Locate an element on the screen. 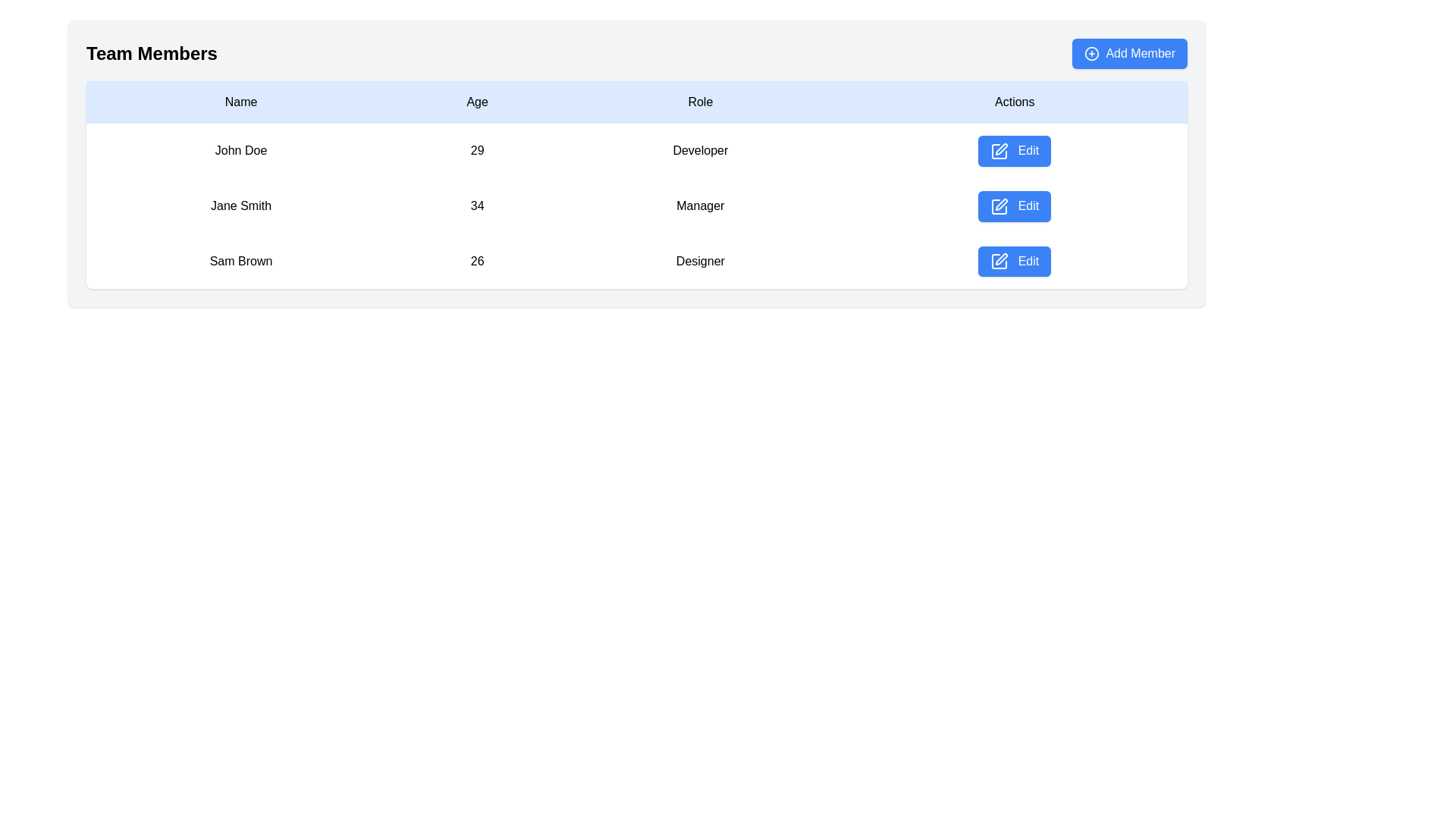 The image size is (1456, 819). the text label identifying the team member 'Sam Brown' located in the third row of the table under the 'Name' column is located at coordinates (240, 260).